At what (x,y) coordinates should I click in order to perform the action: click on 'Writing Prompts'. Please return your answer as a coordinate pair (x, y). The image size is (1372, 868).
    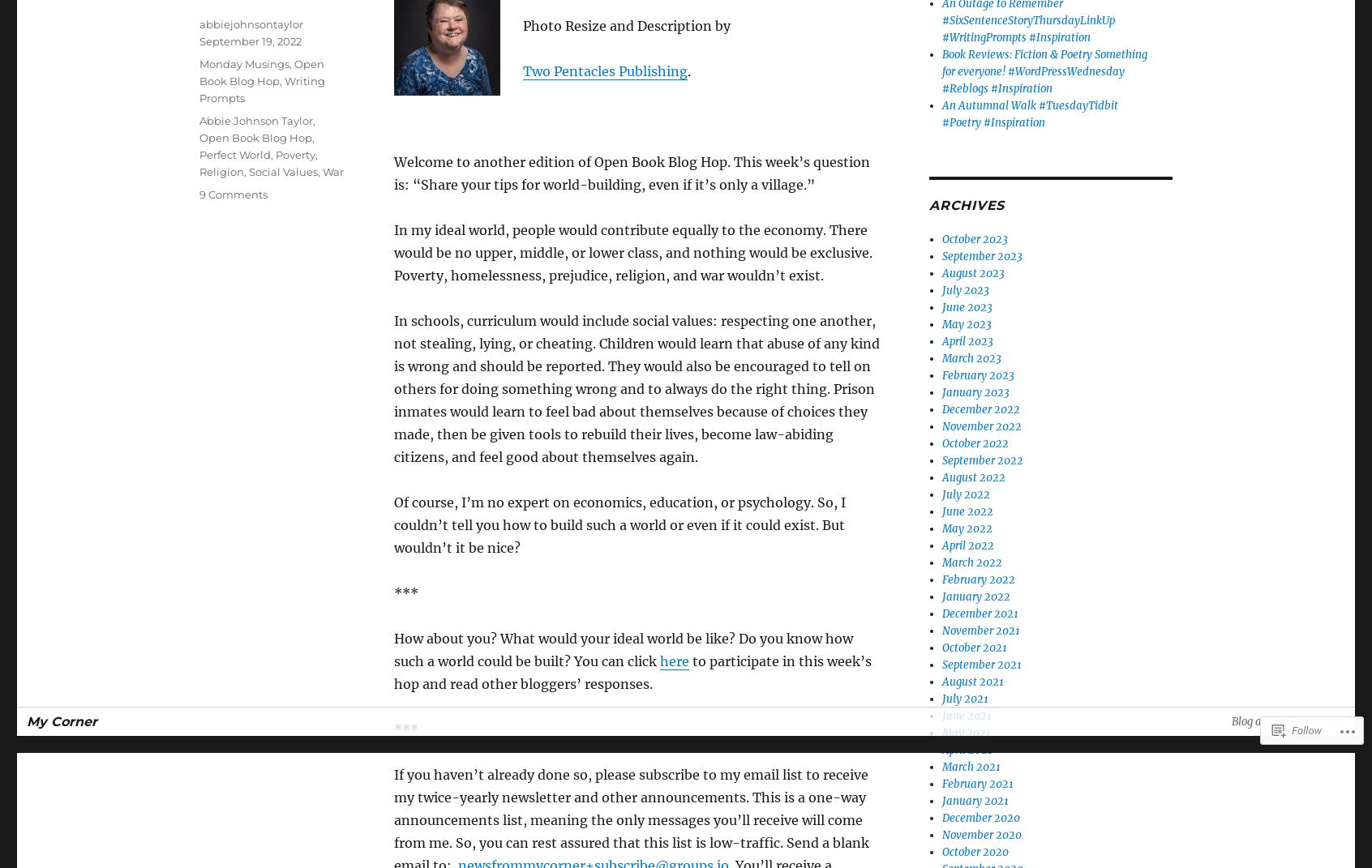
    Looking at the image, I should click on (261, 89).